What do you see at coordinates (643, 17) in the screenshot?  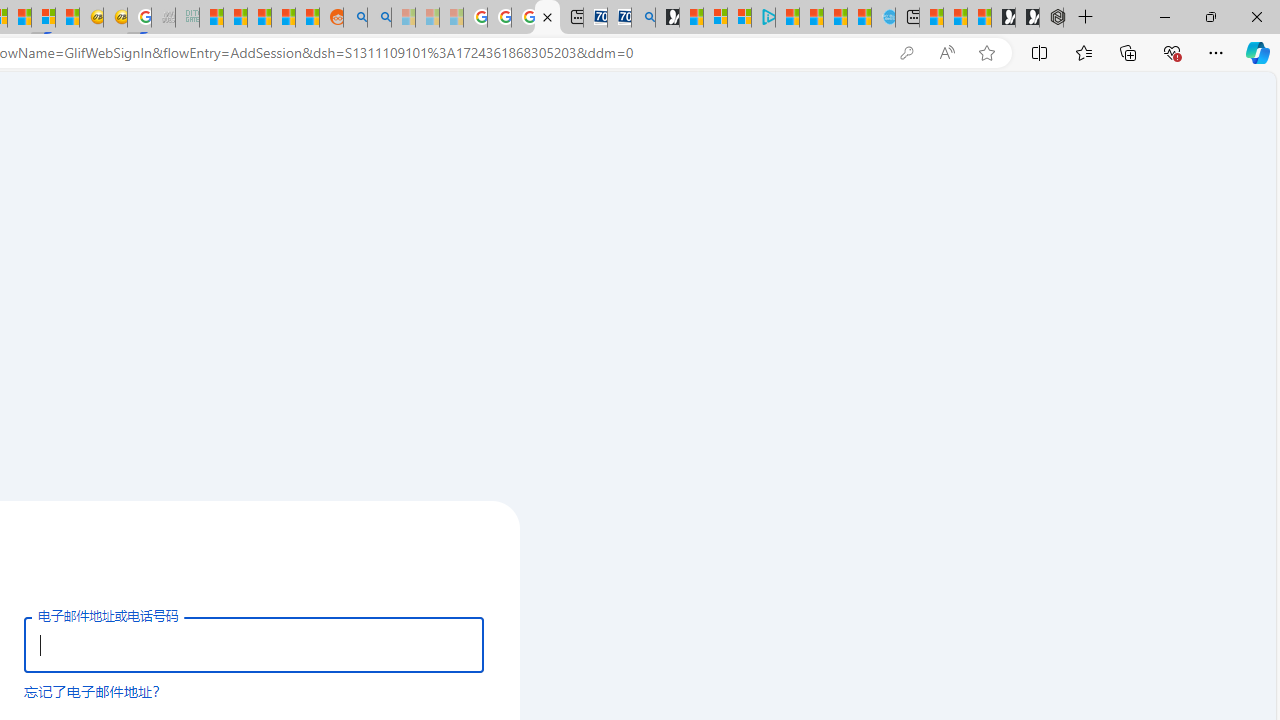 I see `'Bing Real Estate - Home sales and rental listings'` at bounding box center [643, 17].